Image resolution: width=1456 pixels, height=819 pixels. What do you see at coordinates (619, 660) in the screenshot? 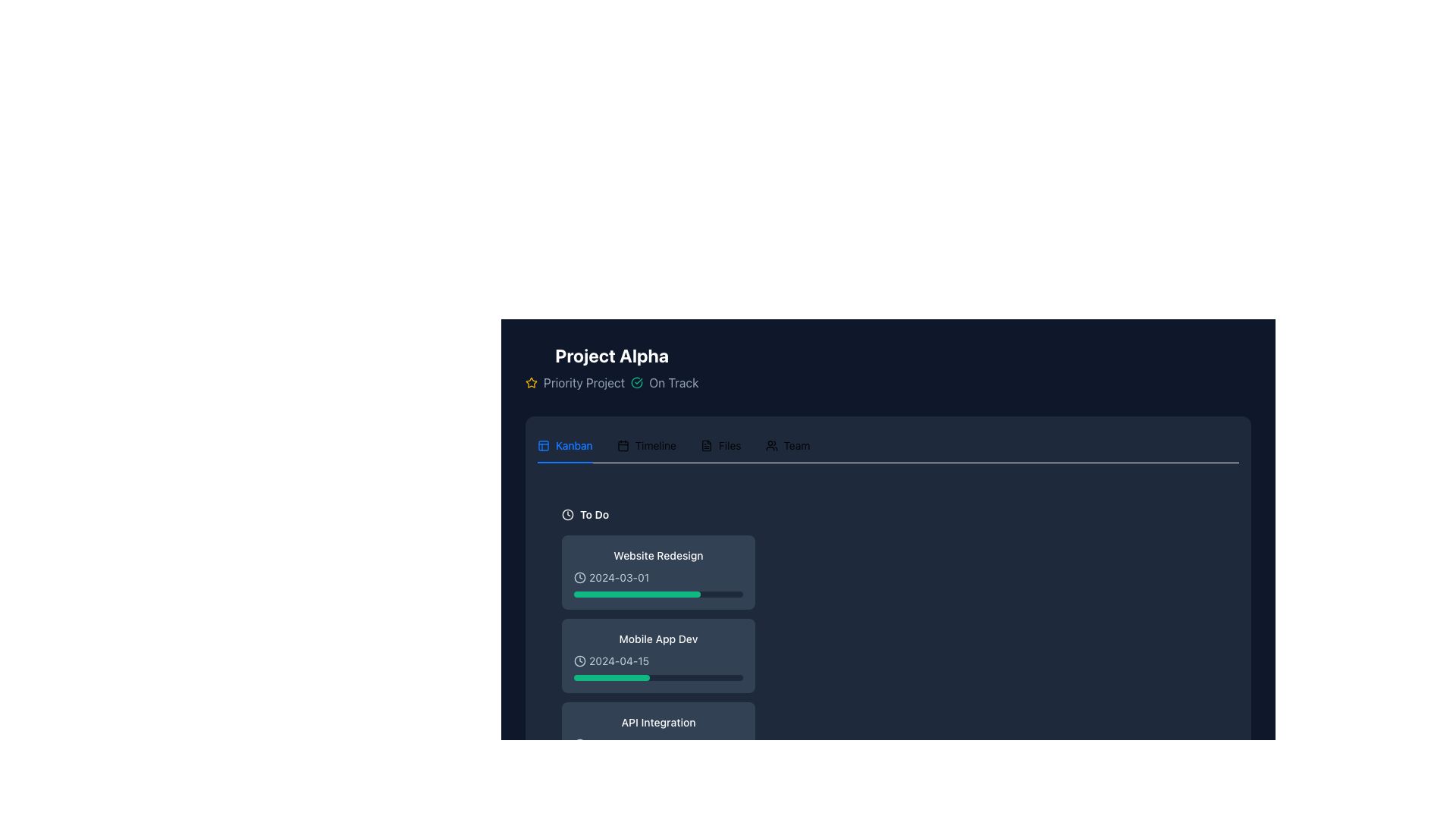
I see `the static text label displaying the due date for the task in the 'Mobile App Dev' card under the 'To Do' section, which follows the clock icon` at bounding box center [619, 660].